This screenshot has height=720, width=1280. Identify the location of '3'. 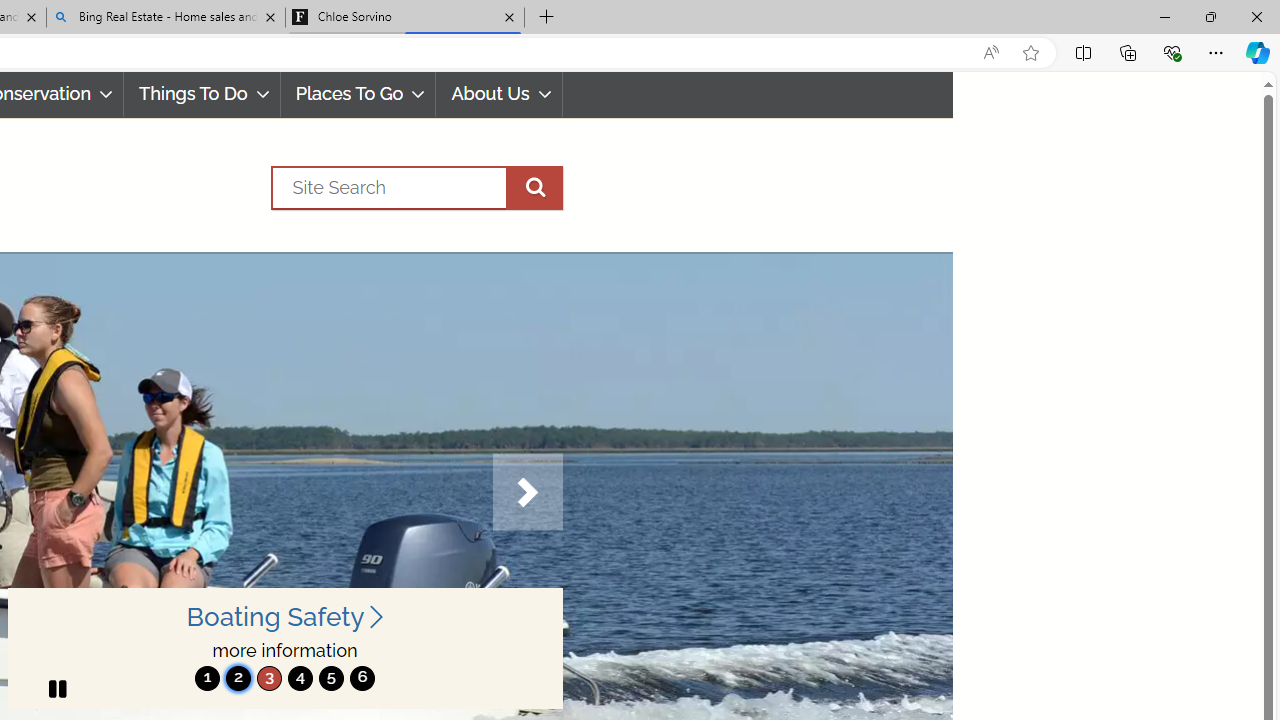
(268, 677).